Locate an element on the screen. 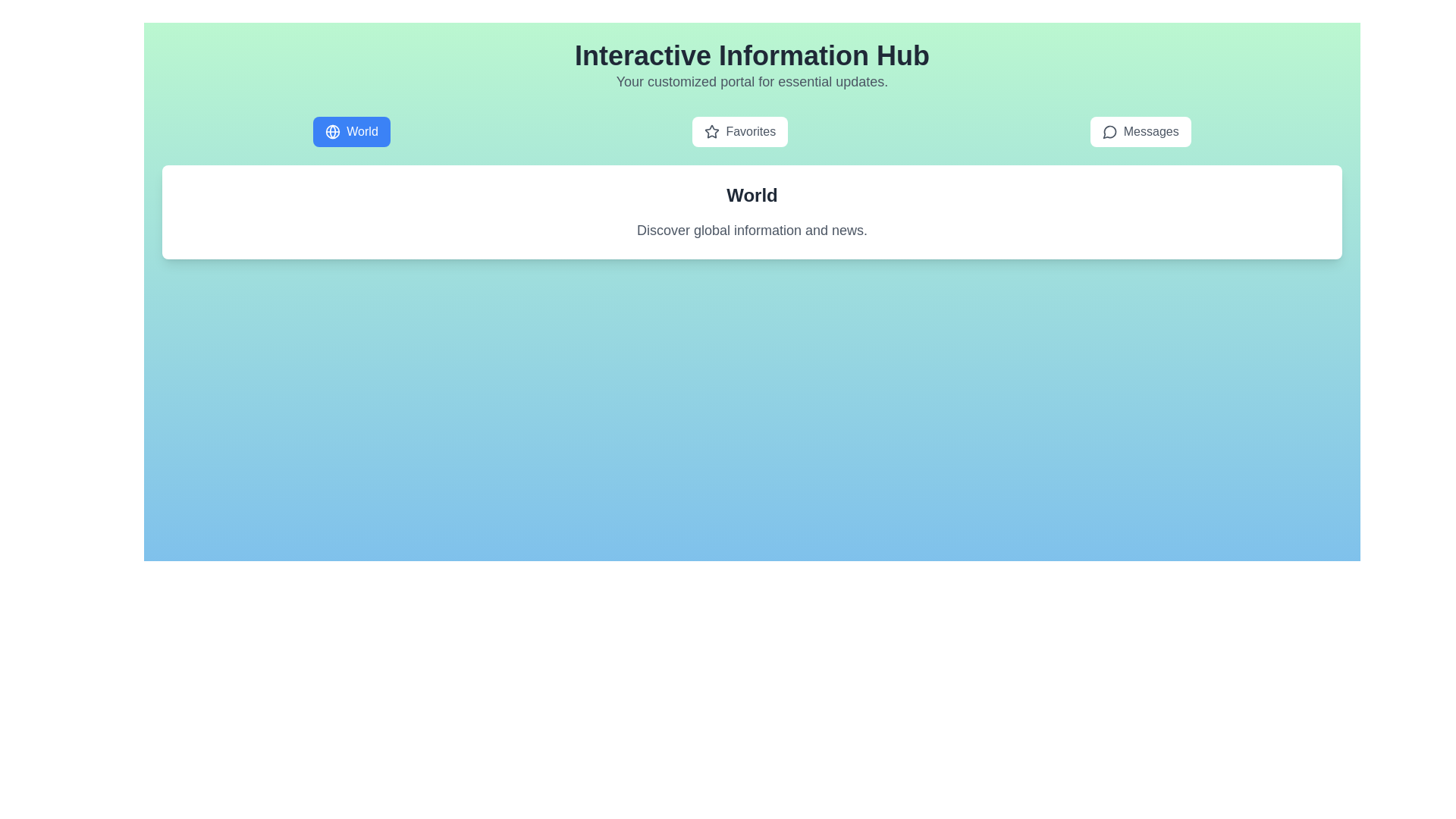 This screenshot has height=819, width=1456. the tab labeled Messages to observe the hover effect is located at coordinates (1141, 130).